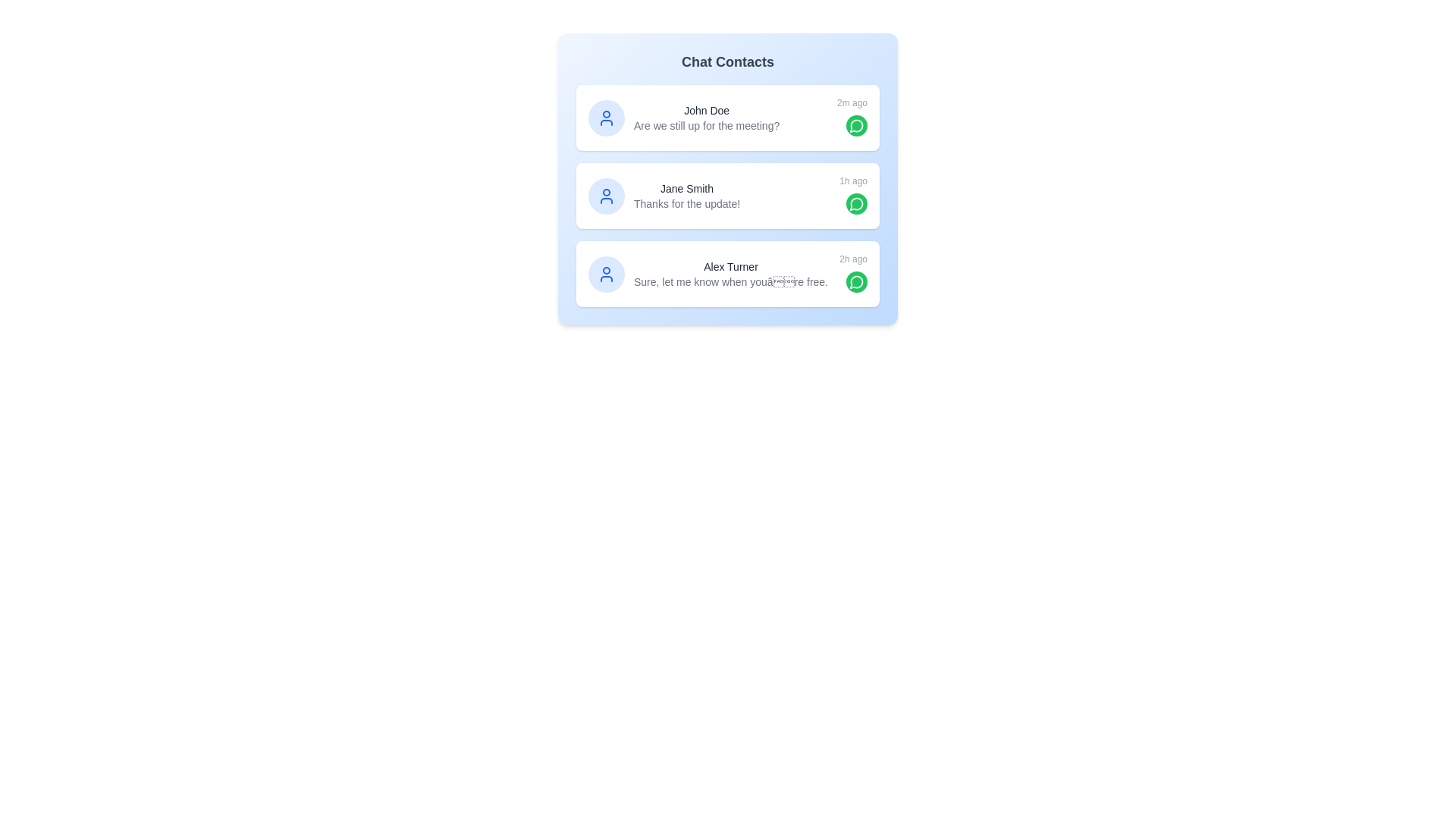 Image resolution: width=1456 pixels, height=819 pixels. Describe the element at coordinates (728, 195) in the screenshot. I see `the contact Jane Smith to view its hover effects` at that location.